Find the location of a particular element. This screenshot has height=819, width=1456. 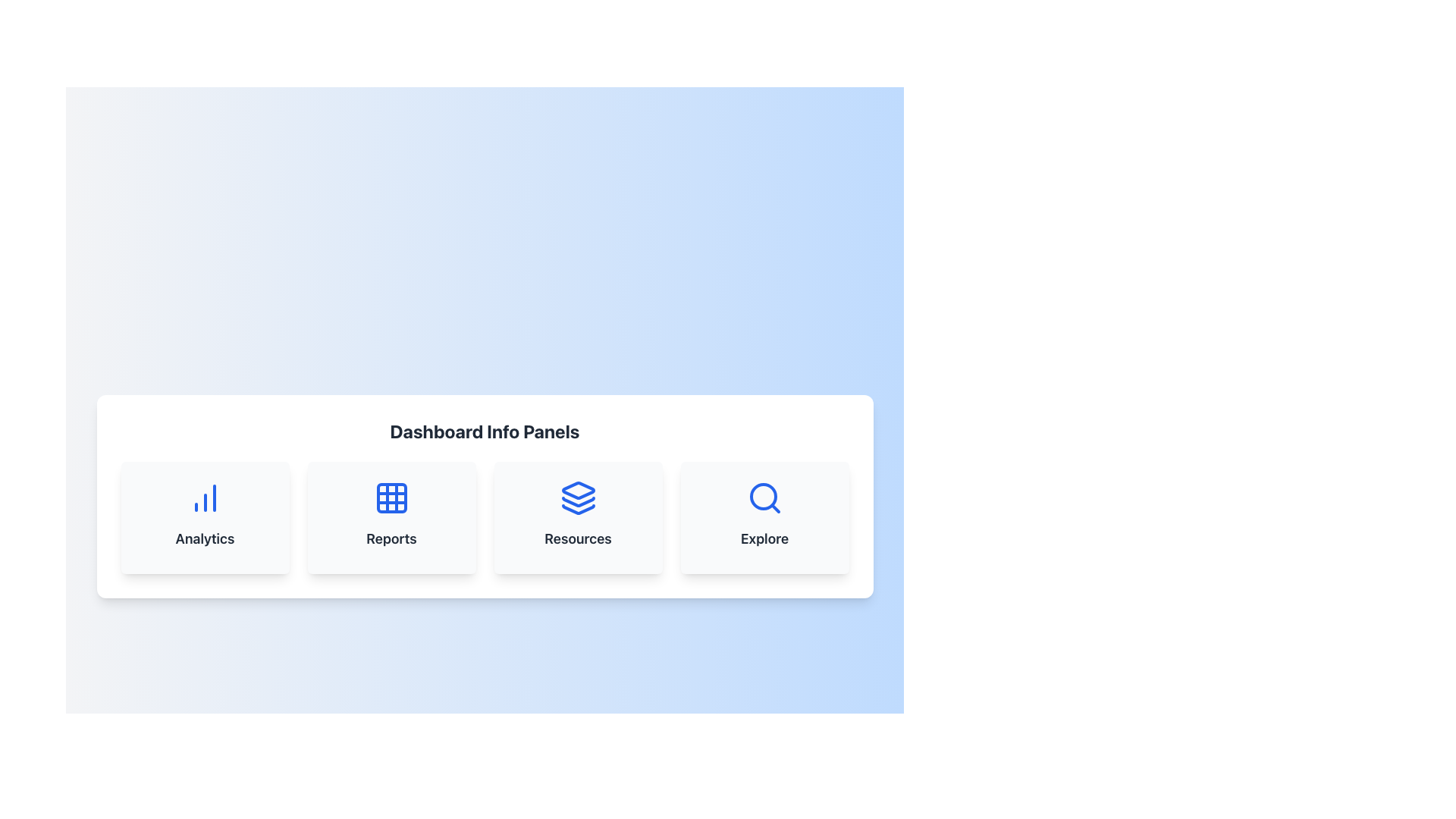

the 'Reports' card, which is the second card in a horizontal grid is located at coordinates (391, 516).